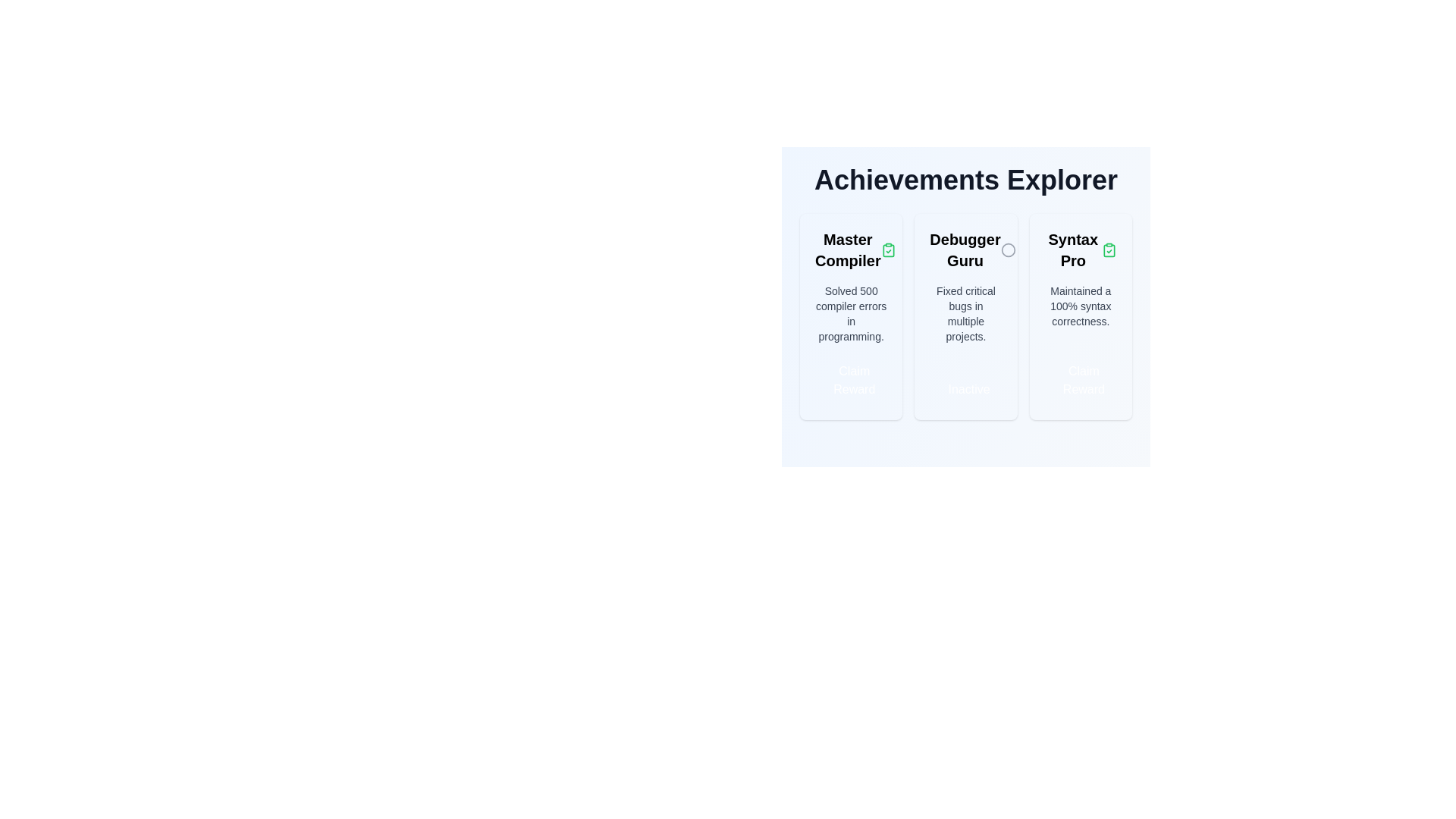  Describe the element at coordinates (1080, 315) in the screenshot. I see `title or description text of the 'Syntax Pro' Achievement Card, which is the third card in the grid layout of achievements` at that location.